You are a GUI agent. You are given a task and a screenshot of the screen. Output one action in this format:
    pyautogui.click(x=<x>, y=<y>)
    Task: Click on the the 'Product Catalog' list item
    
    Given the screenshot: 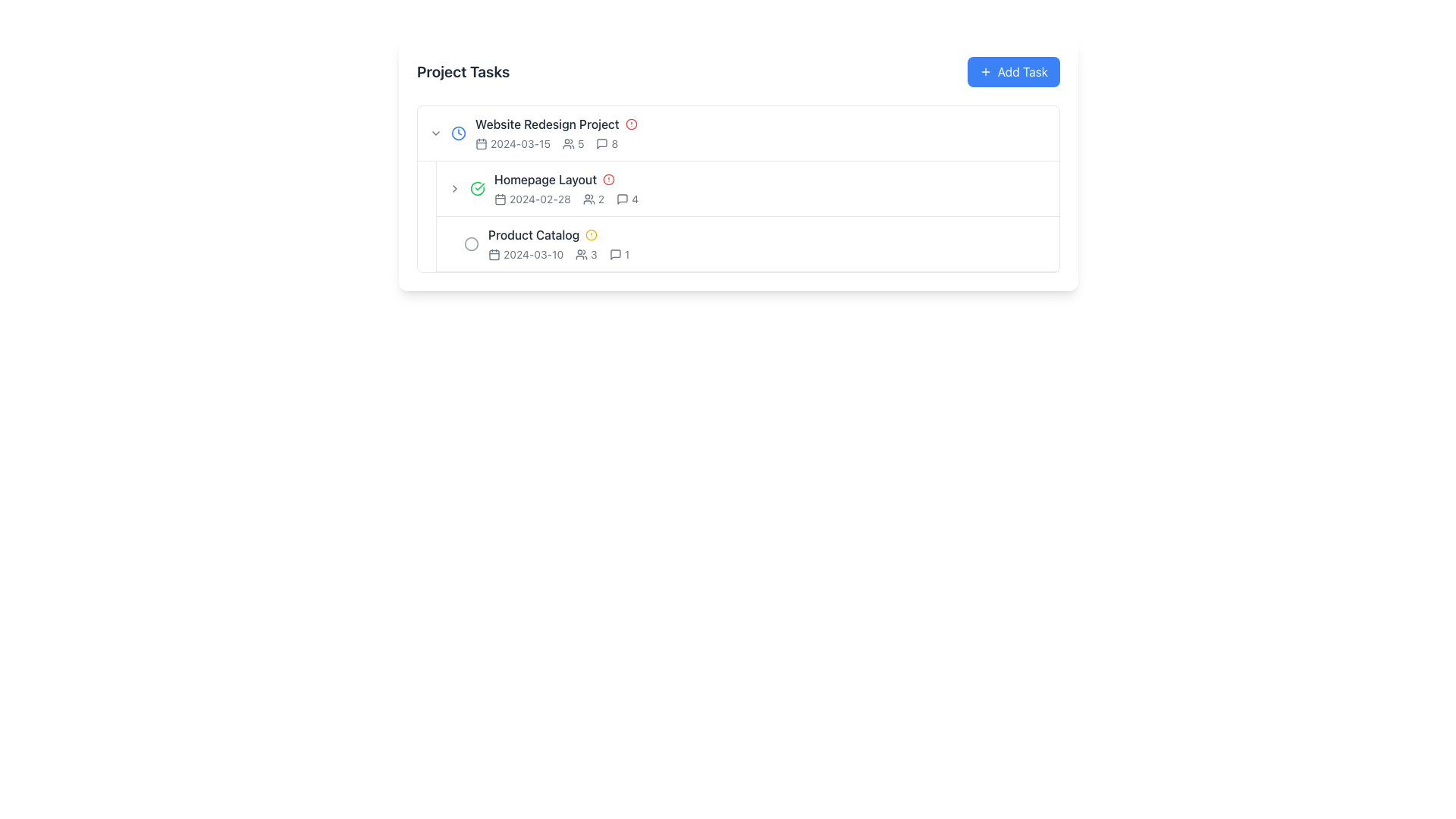 What is the action you would take?
    pyautogui.click(x=769, y=243)
    